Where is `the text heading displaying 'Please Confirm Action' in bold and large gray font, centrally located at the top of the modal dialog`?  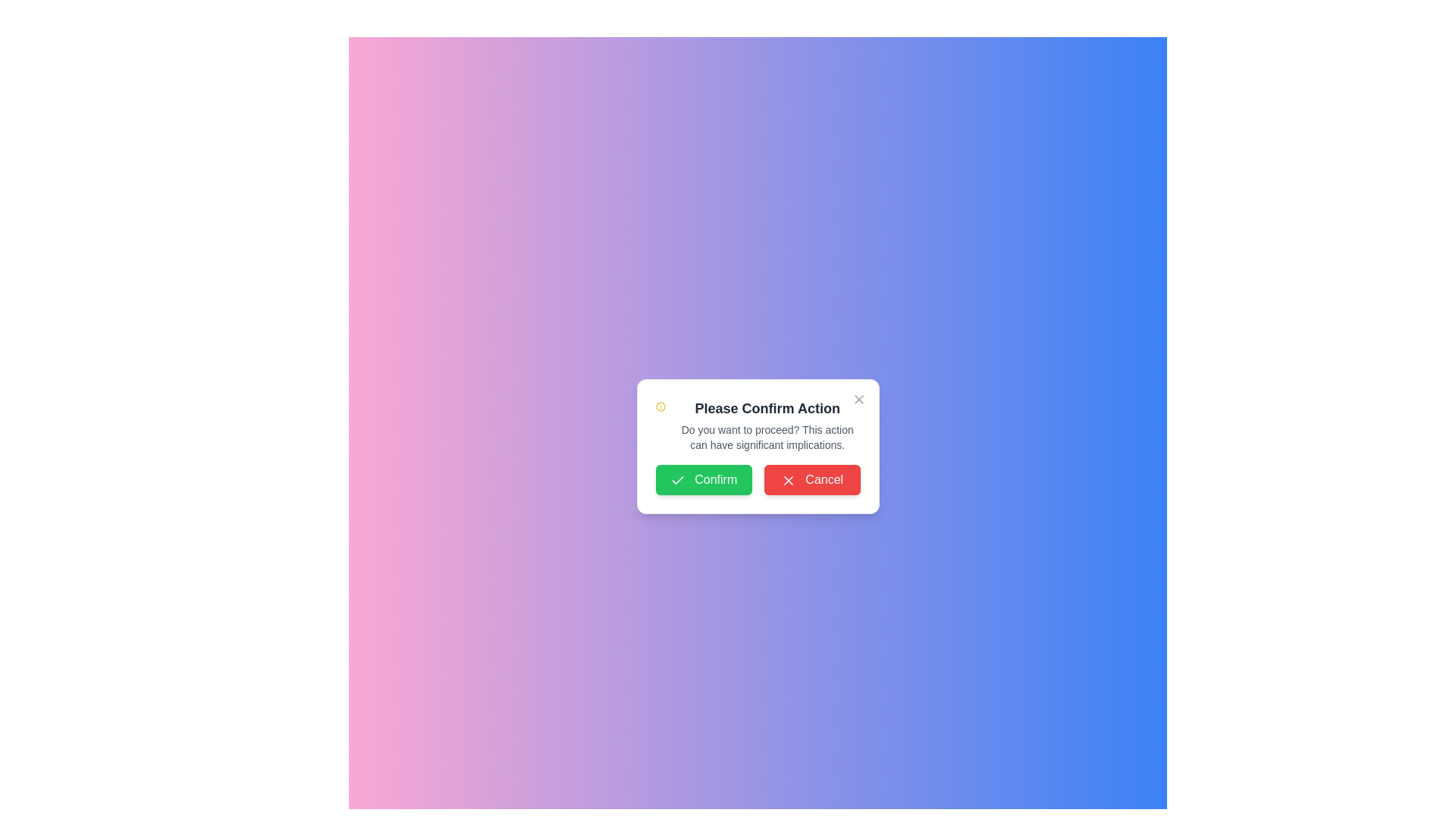 the text heading displaying 'Please Confirm Action' in bold and large gray font, centrally located at the top of the modal dialog is located at coordinates (767, 408).